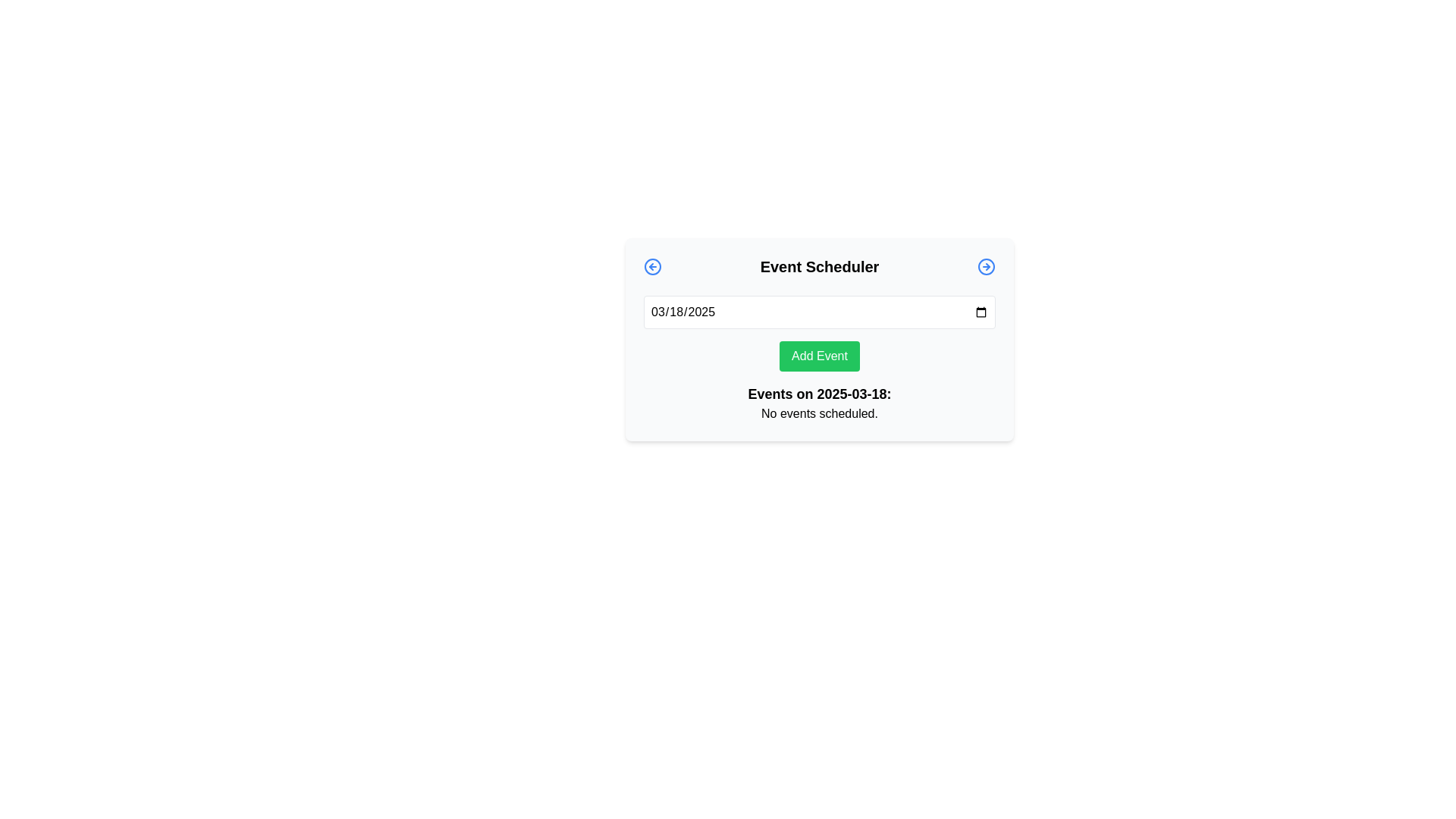  Describe the element at coordinates (986, 265) in the screenshot. I see `the decorative vector graphic icon located in the upper-right corner of the content box, which serves as part of an icon indicating a forward action or navigation` at that location.